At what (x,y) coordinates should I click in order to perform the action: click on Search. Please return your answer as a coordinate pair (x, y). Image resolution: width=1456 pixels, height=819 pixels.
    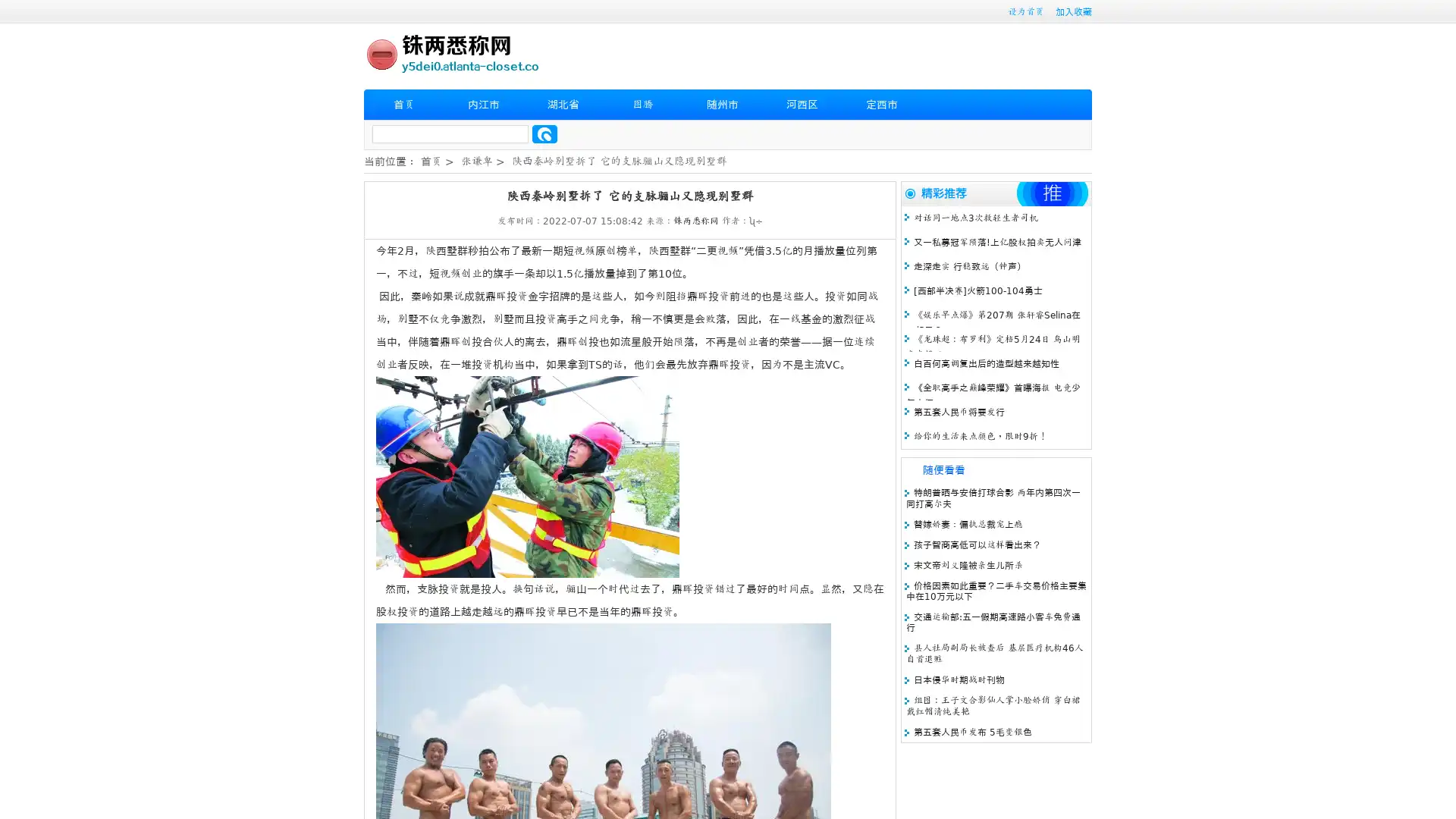
    Looking at the image, I should click on (544, 133).